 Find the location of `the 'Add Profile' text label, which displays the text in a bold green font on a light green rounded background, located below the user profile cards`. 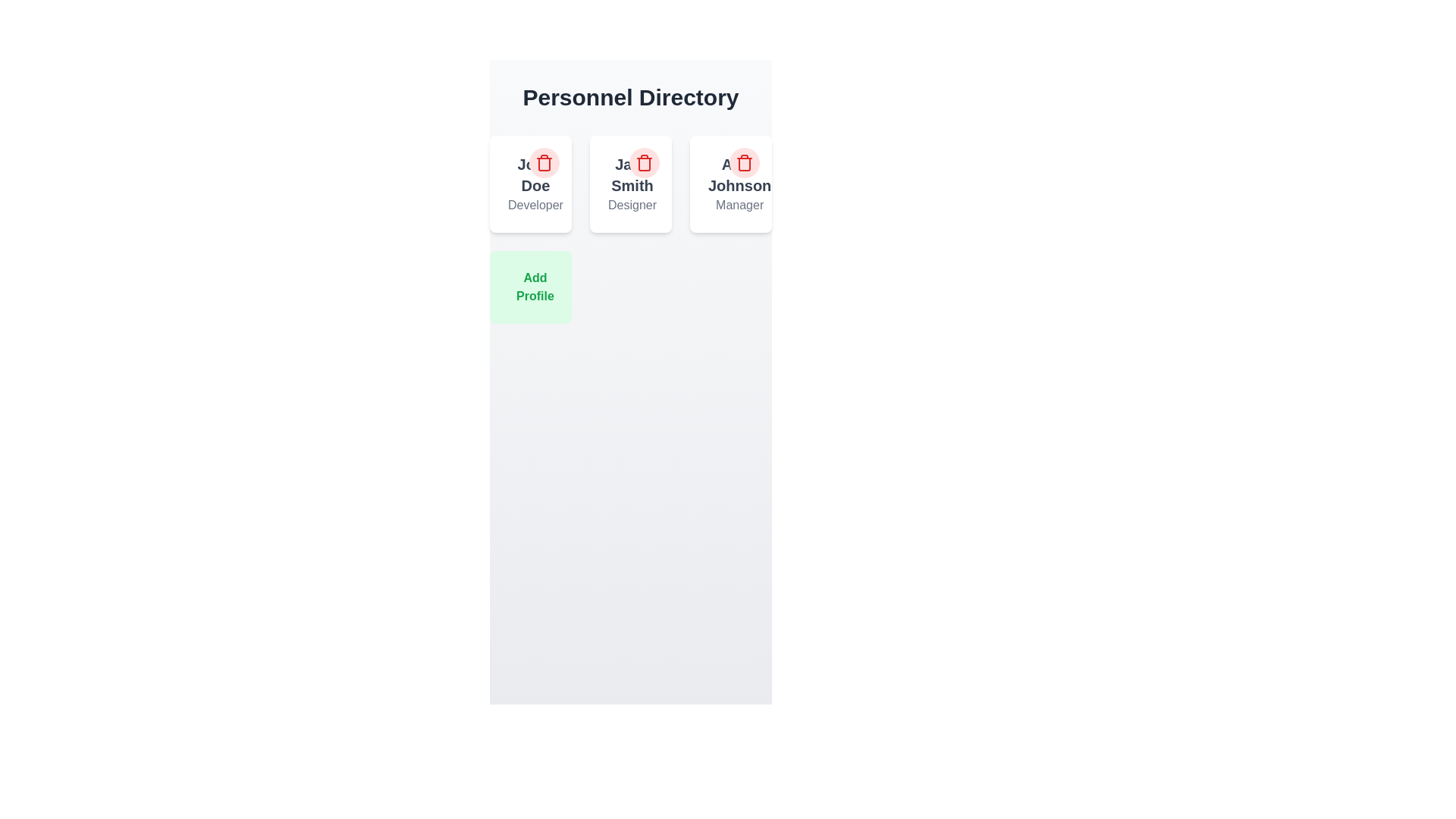

the 'Add Profile' text label, which displays the text in a bold green font on a light green rounded background, located below the user profile cards is located at coordinates (535, 287).